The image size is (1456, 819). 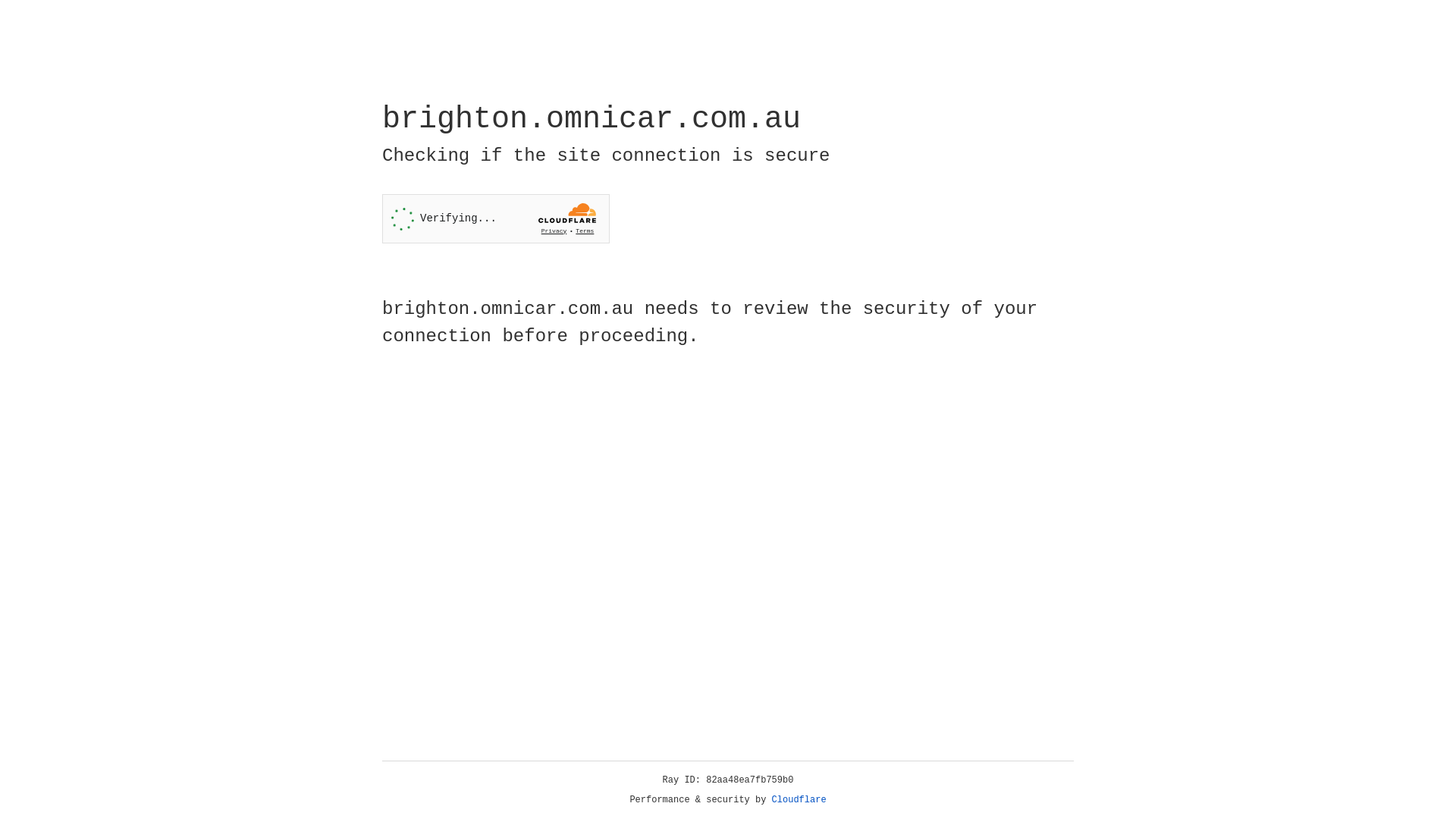 I want to click on 'Widget containing a Cloudflare security challenge', so click(x=495, y=218).